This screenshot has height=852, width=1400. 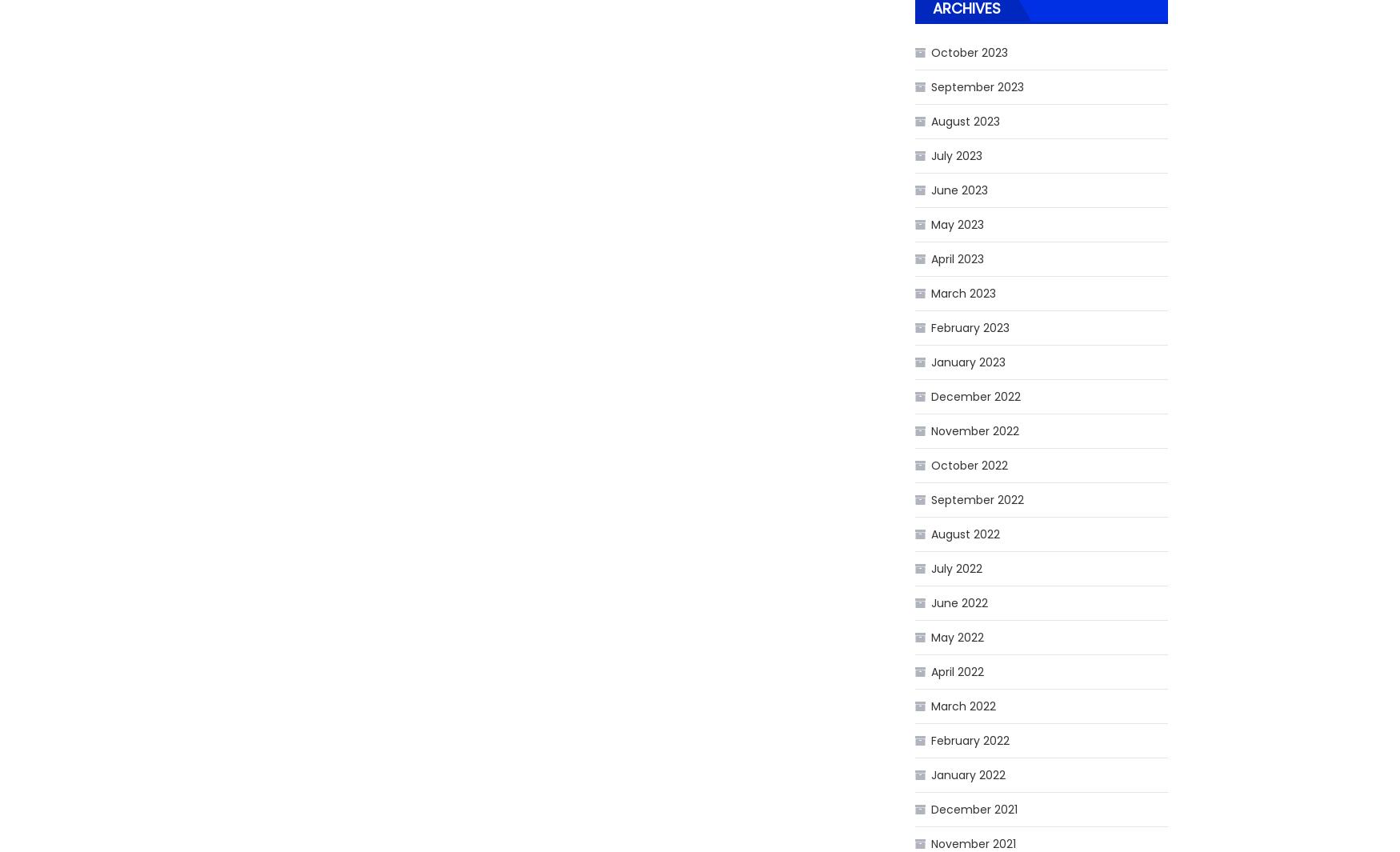 I want to click on 'October 2023', so click(x=930, y=52).